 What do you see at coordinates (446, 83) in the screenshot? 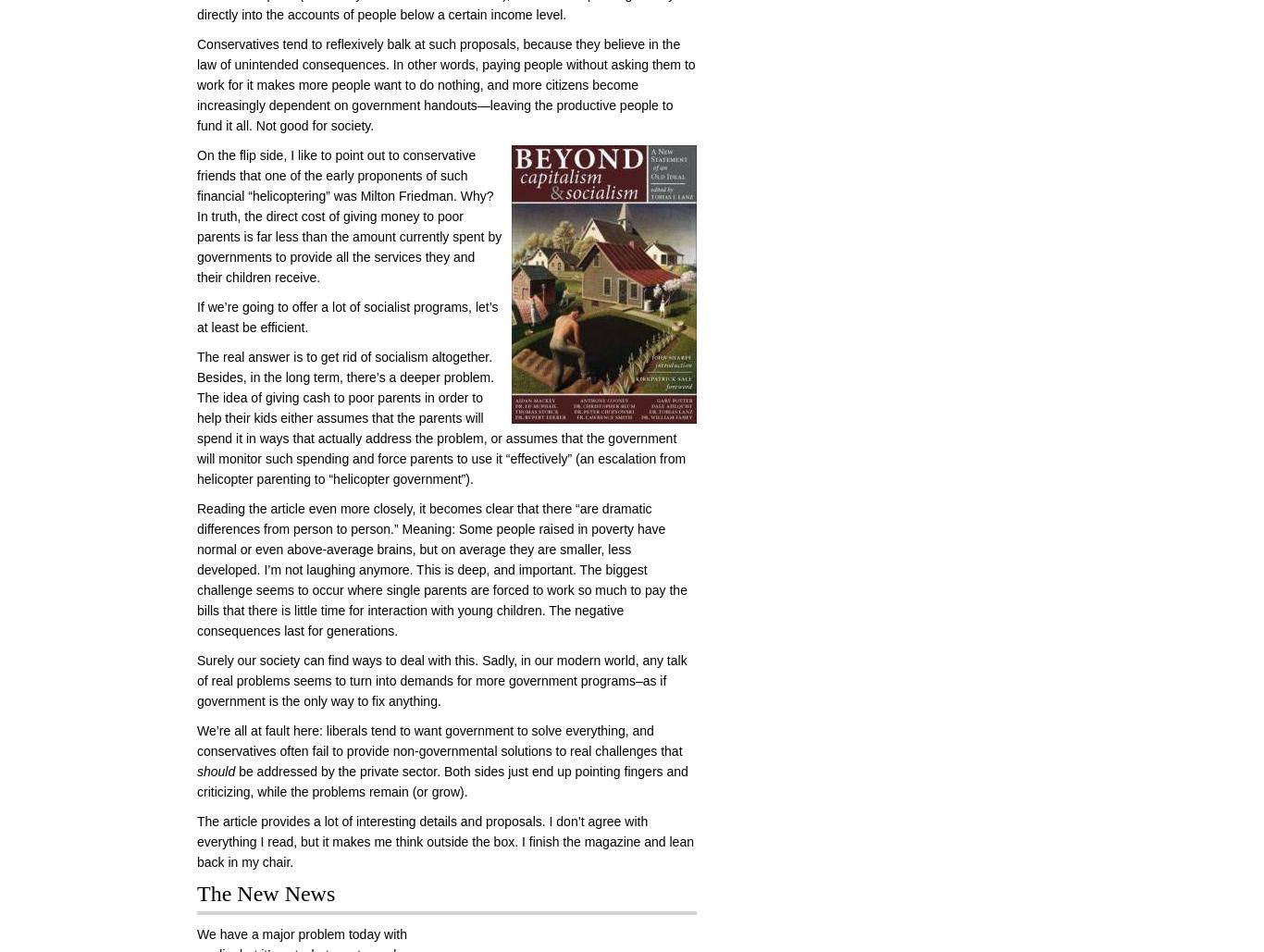
I see `'Conservatives tend to reflexively balk at such proposals, because they believe in the law of unintended consequences. In other words, paying people without asking them to work for it makes more people want to do nothing, and more citizens become increasingly dependent on government handouts—leaving the productive people to fund it all. Not good for society.'` at bounding box center [446, 83].